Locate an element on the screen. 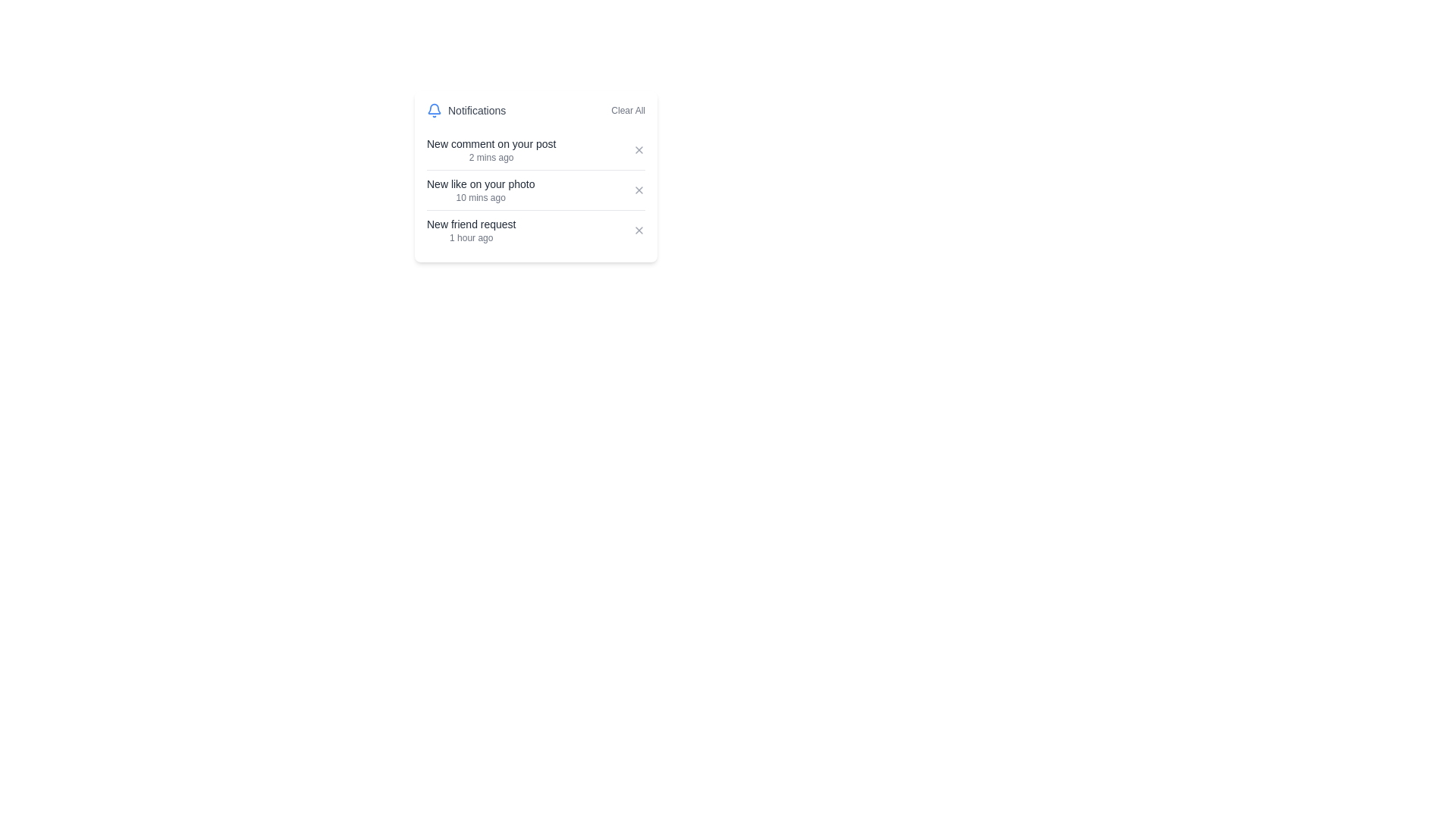 This screenshot has height=819, width=1456. the 'Notifications' text label, which is styled in a small font with medium weight and gray color, located centrally within the top section of the notification dropdown panel is located at coordinates (476, 110).